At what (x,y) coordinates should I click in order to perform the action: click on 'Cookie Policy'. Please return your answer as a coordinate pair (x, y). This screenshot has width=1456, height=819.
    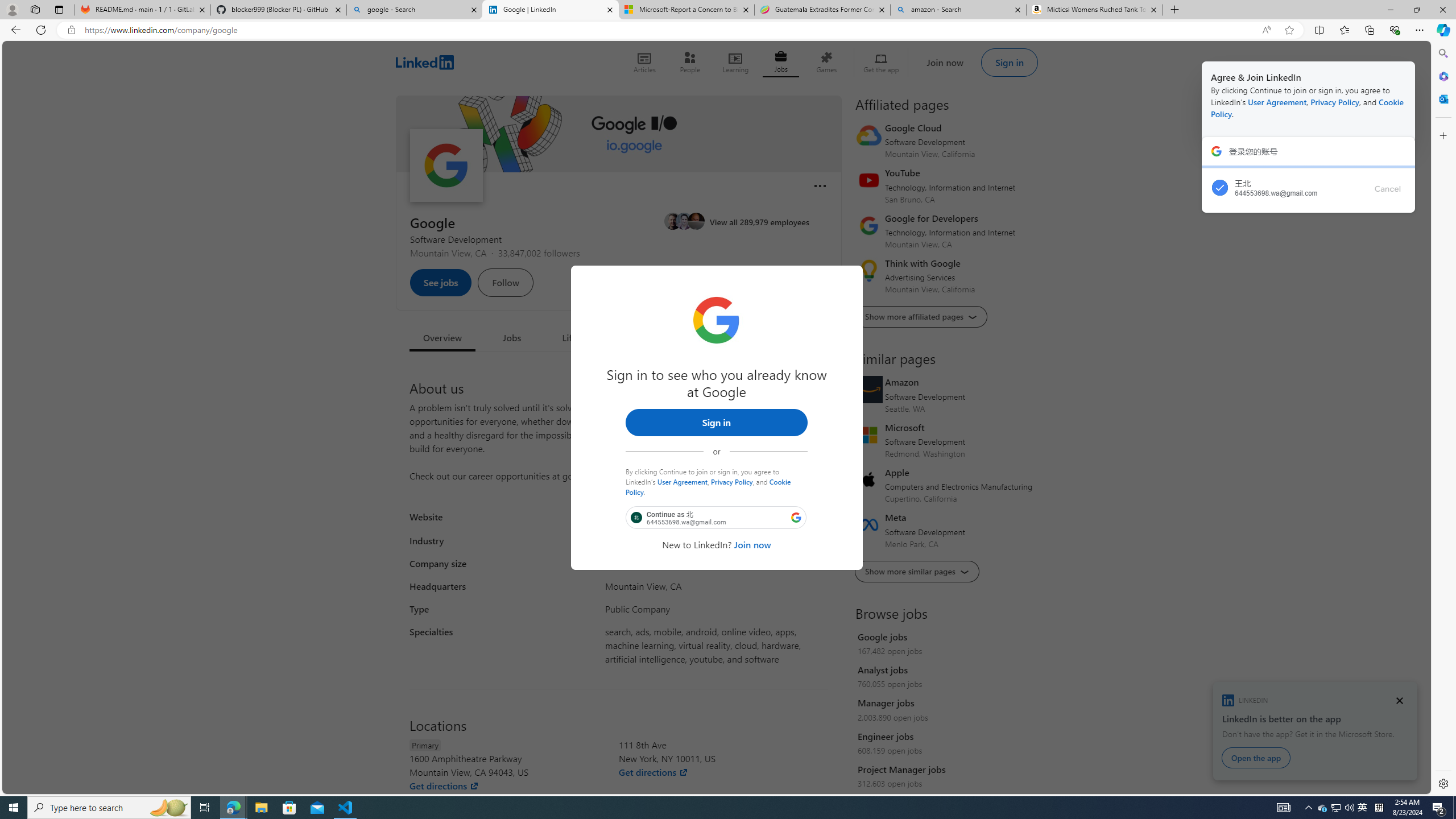
    Looking at the image, I should click on (708, 486).